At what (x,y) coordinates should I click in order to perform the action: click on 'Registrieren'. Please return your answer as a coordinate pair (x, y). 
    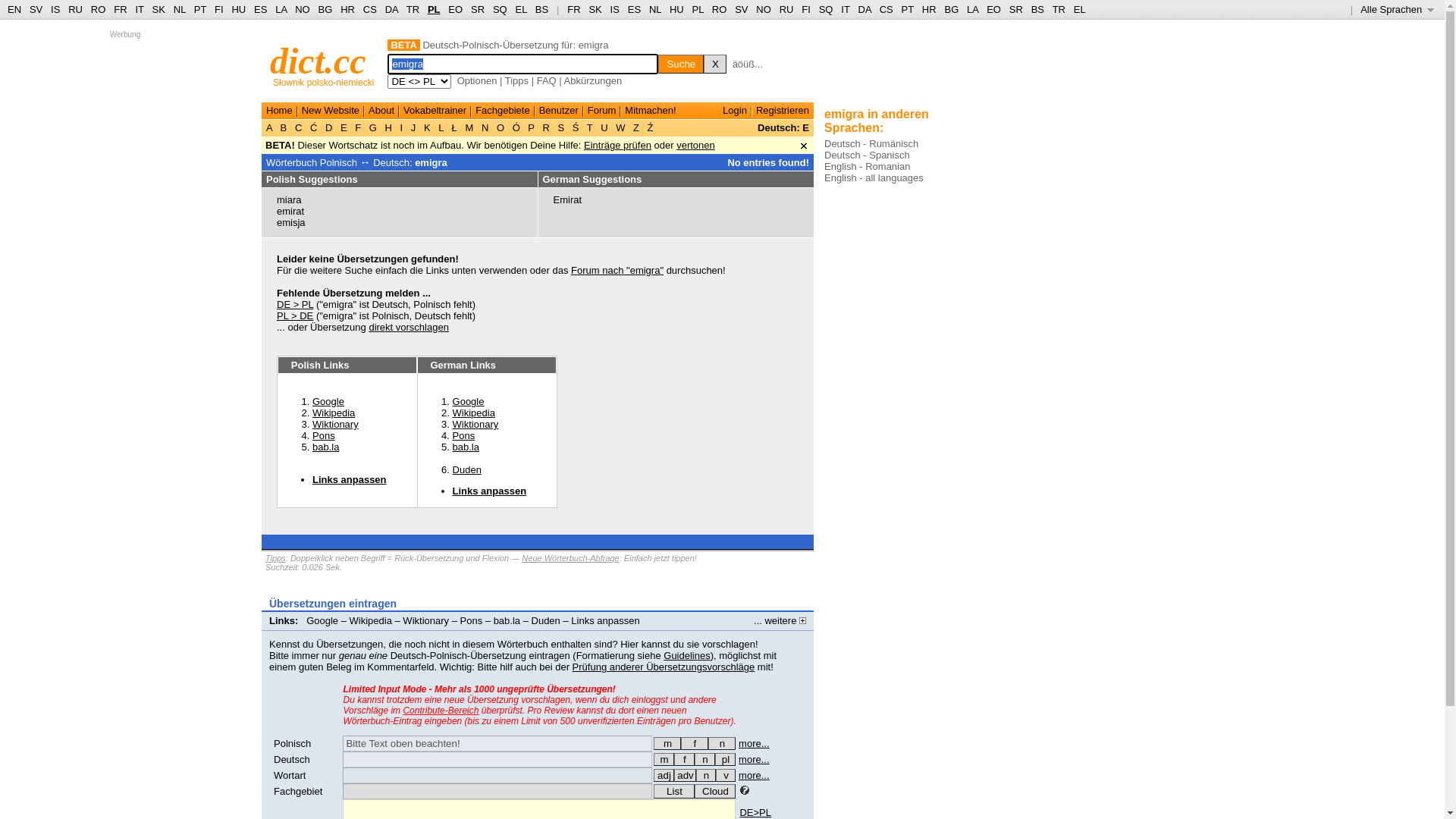
    Looking at the image, I should click on (783, 109).